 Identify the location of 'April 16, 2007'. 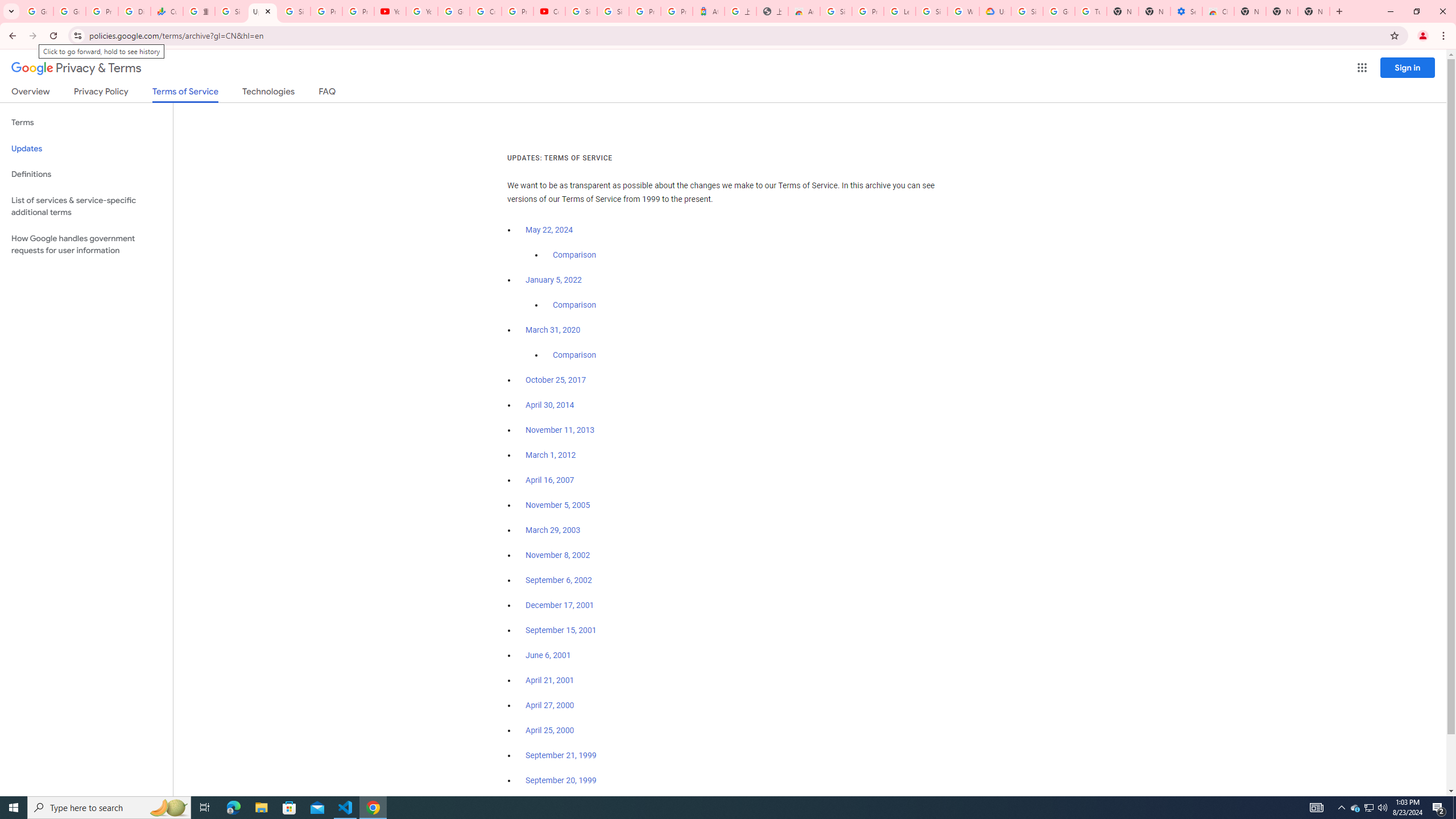
(549, 481).